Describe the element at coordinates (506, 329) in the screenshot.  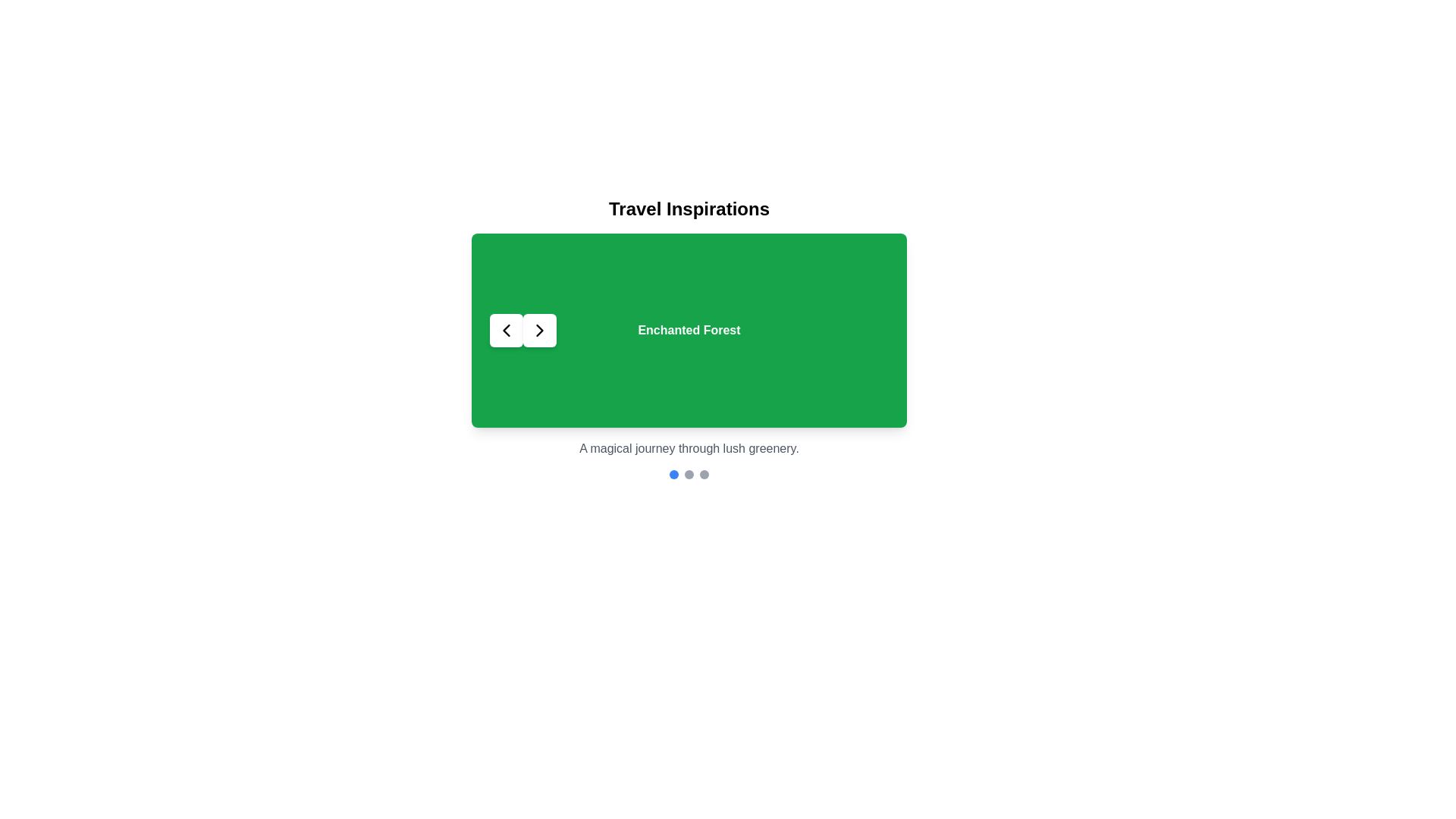
I see `the previous item button in the carousel, located within the green content area, to the left of the rightward arrow button` at that location.